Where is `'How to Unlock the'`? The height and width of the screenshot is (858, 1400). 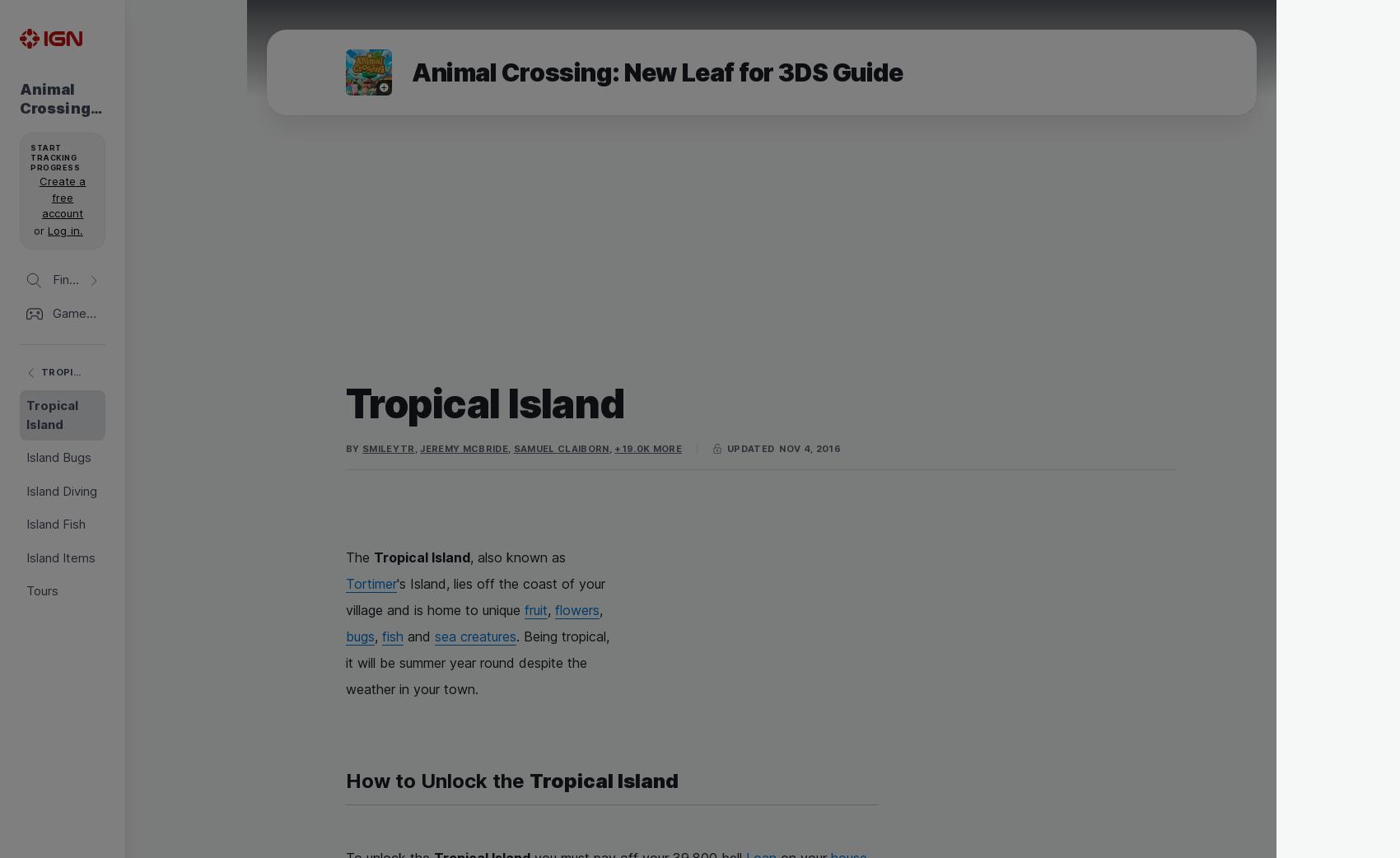 'How to Unlock the' is located at coordinates (437, 780).